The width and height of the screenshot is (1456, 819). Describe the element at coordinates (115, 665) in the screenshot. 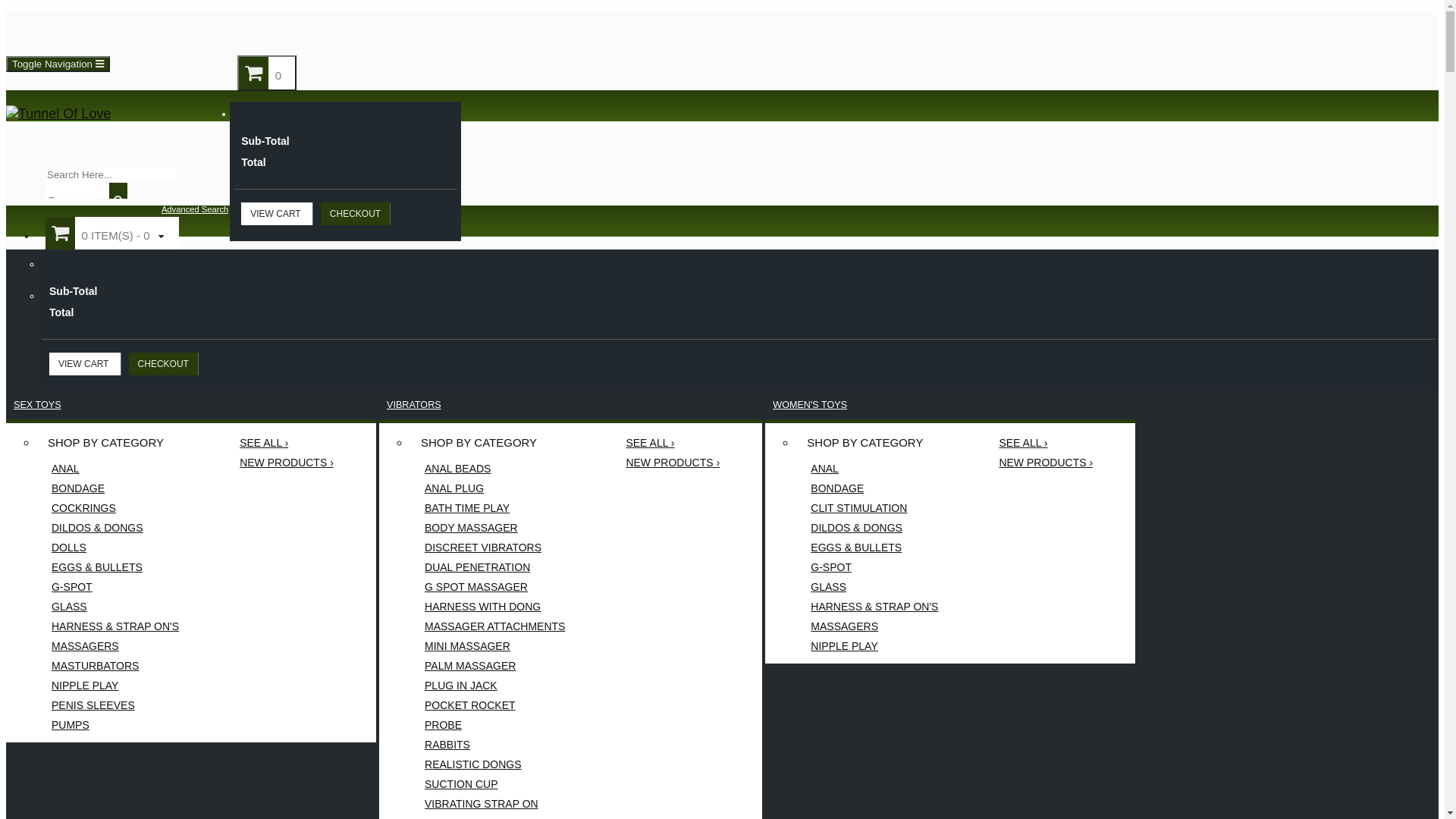

I see `'MASTURBATORS'` at that location.